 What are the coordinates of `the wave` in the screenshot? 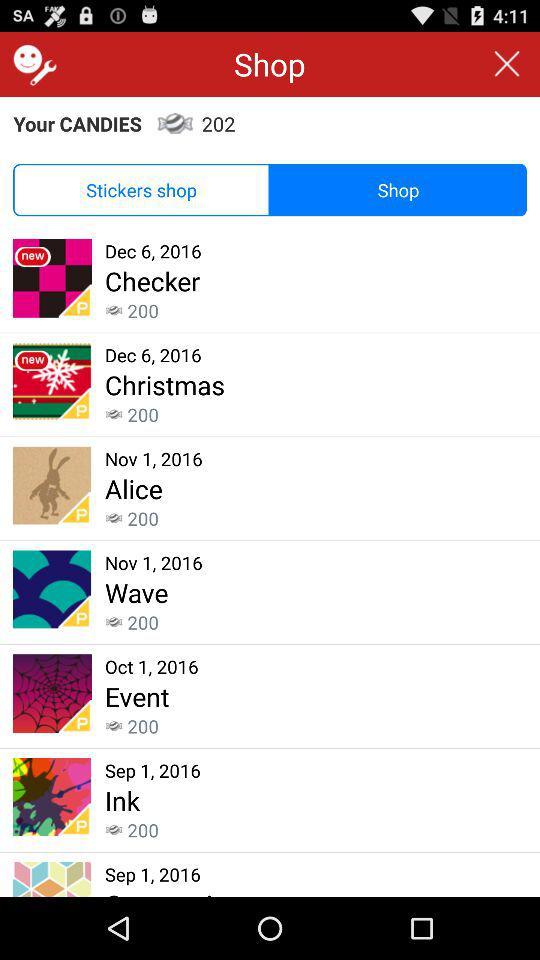 It's located at (135, 592).